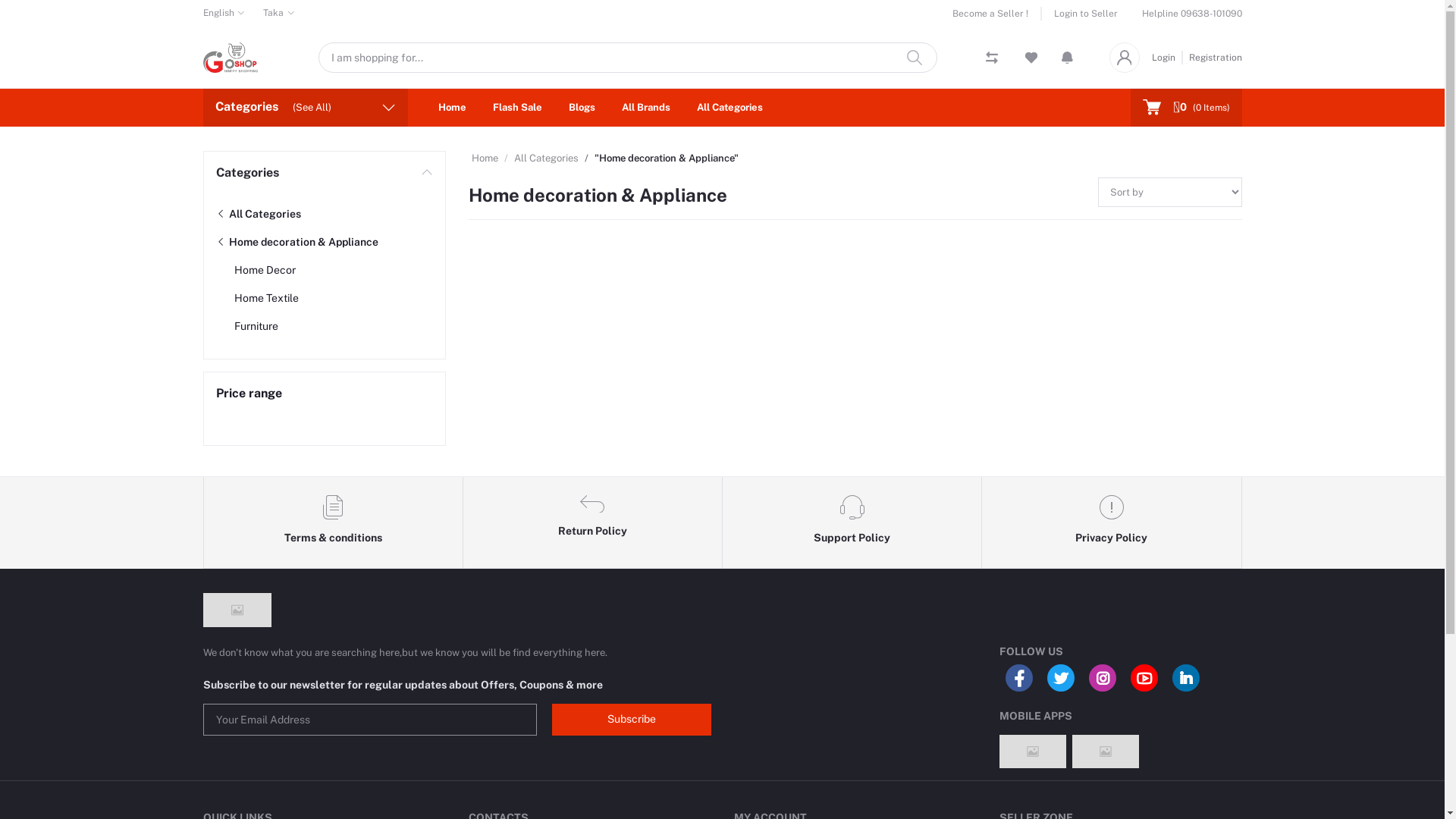  Describe the element at coordinates (1182, 55) in the screenshot. I see `'Registration'` at that location.